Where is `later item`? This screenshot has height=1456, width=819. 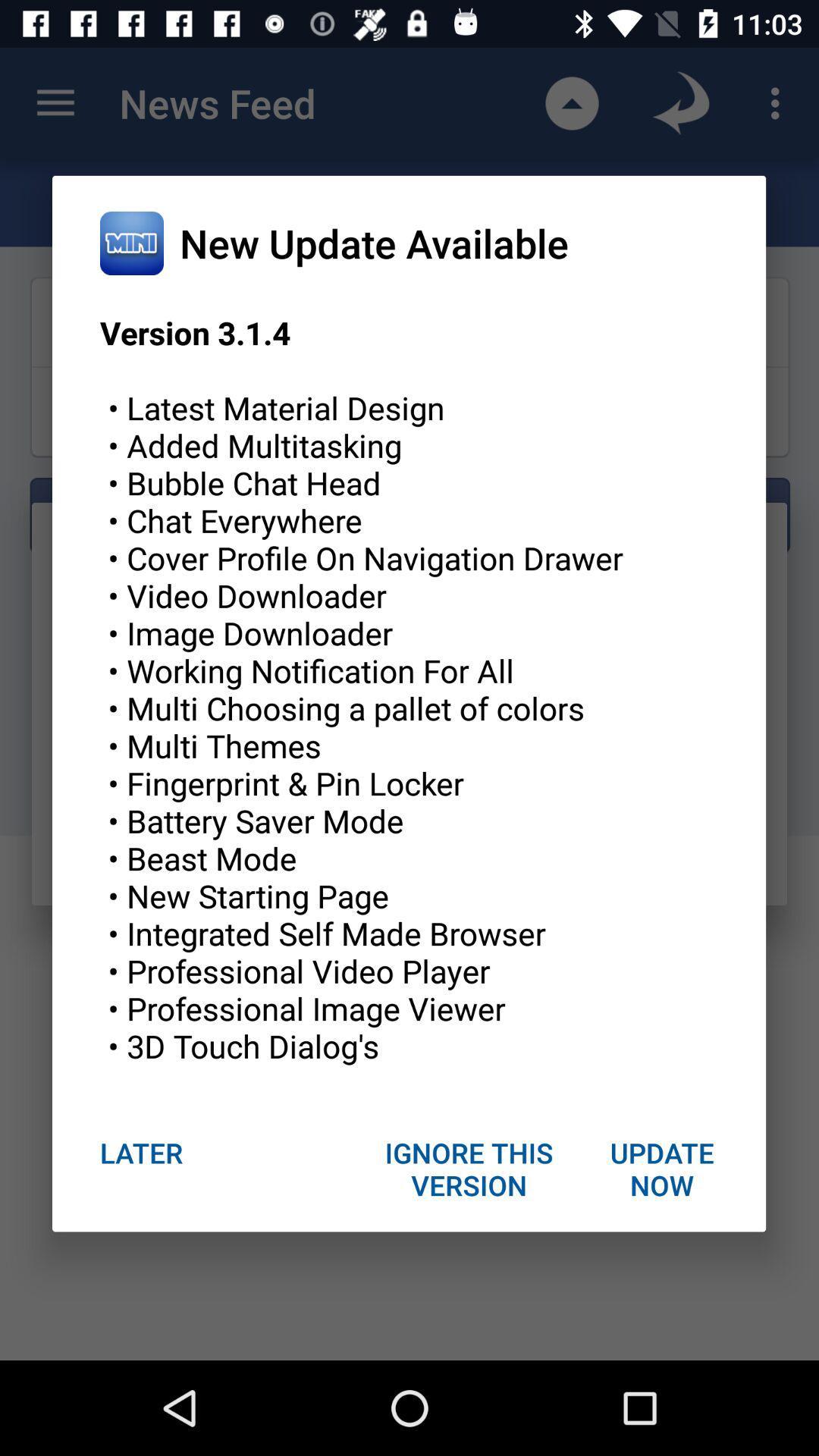 later item is located at coordinates (141, 1153).